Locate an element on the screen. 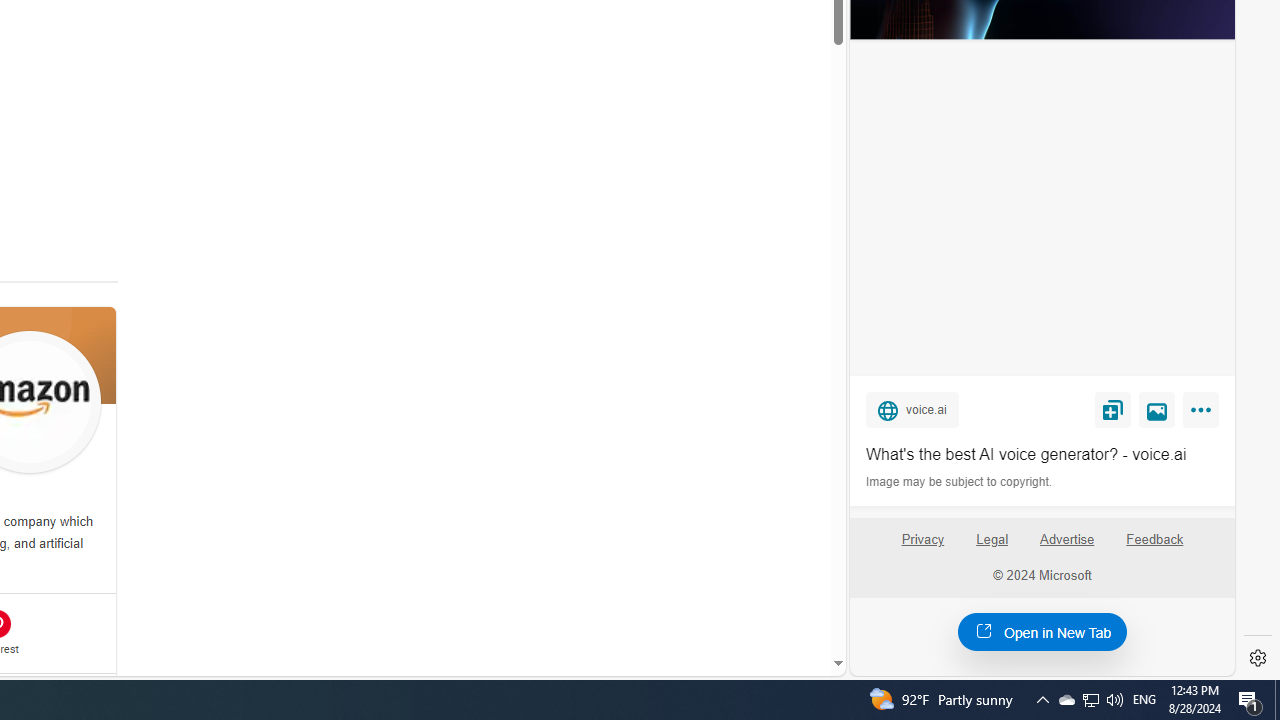 The image size is (1280, 720). 'voice.ai' is located at coordinates (911, 408).